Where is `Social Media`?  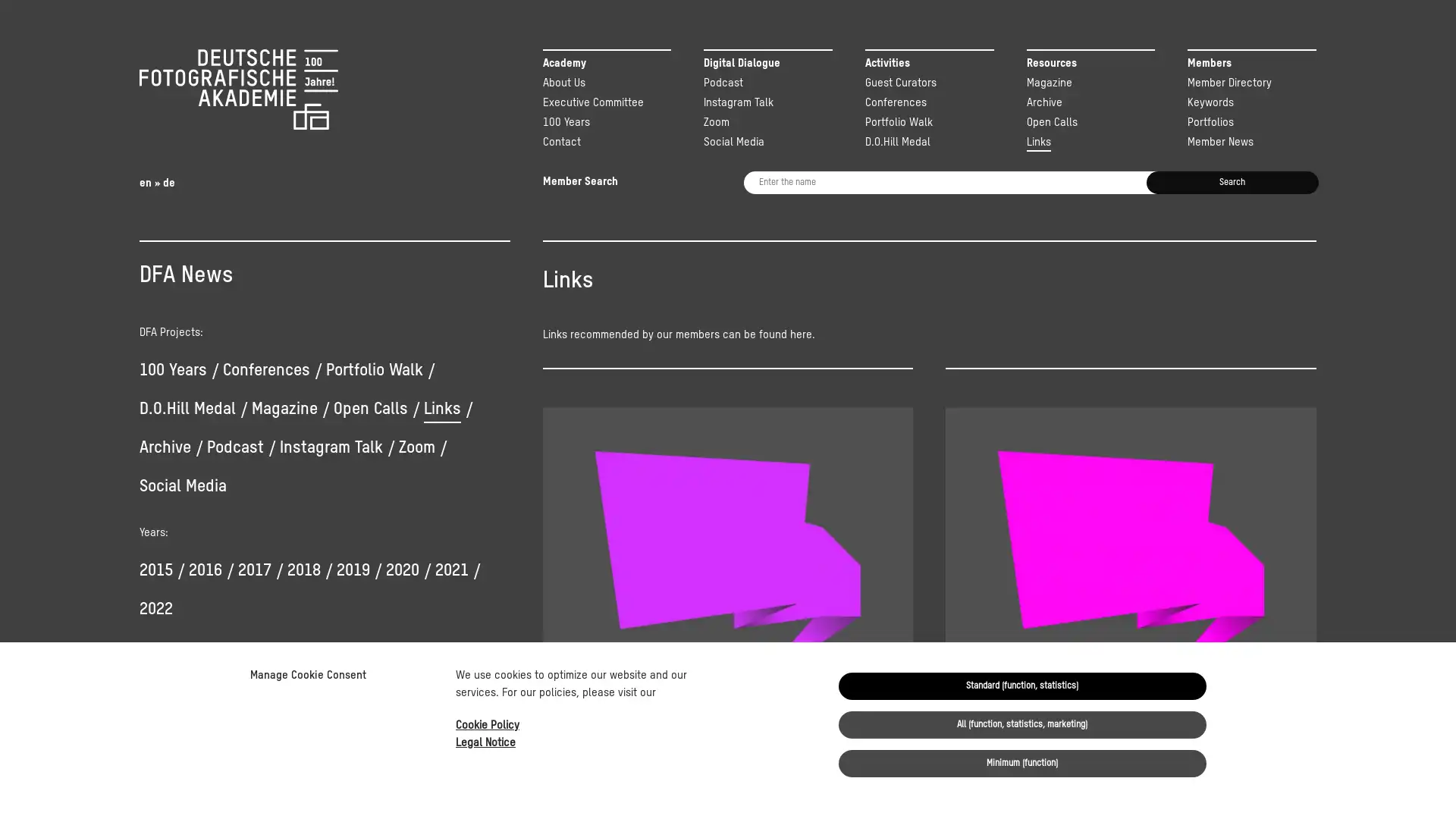
Social Media is located at coordinates (182, 486).